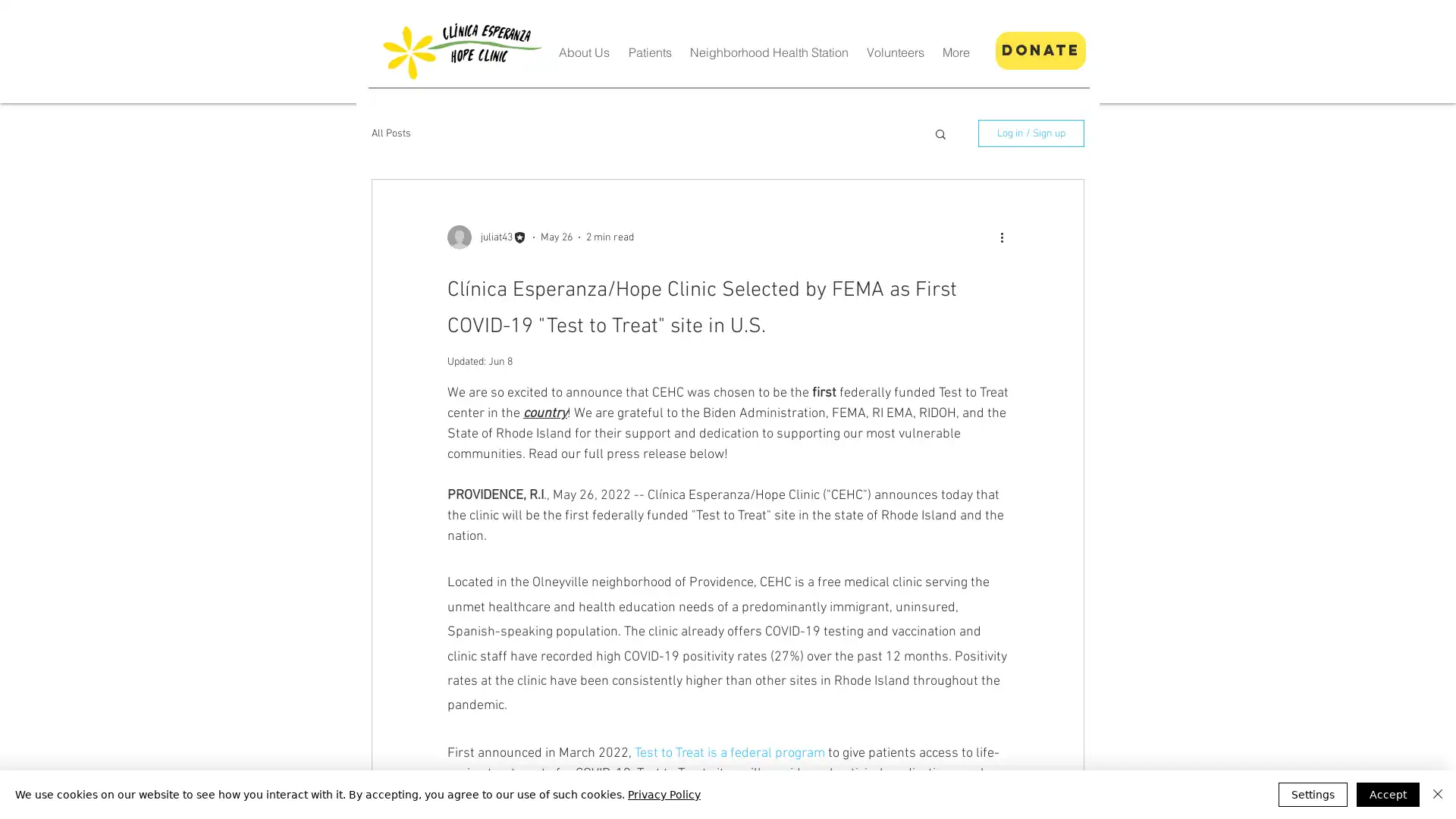  I want to click on All Posts, so click(391, 132).